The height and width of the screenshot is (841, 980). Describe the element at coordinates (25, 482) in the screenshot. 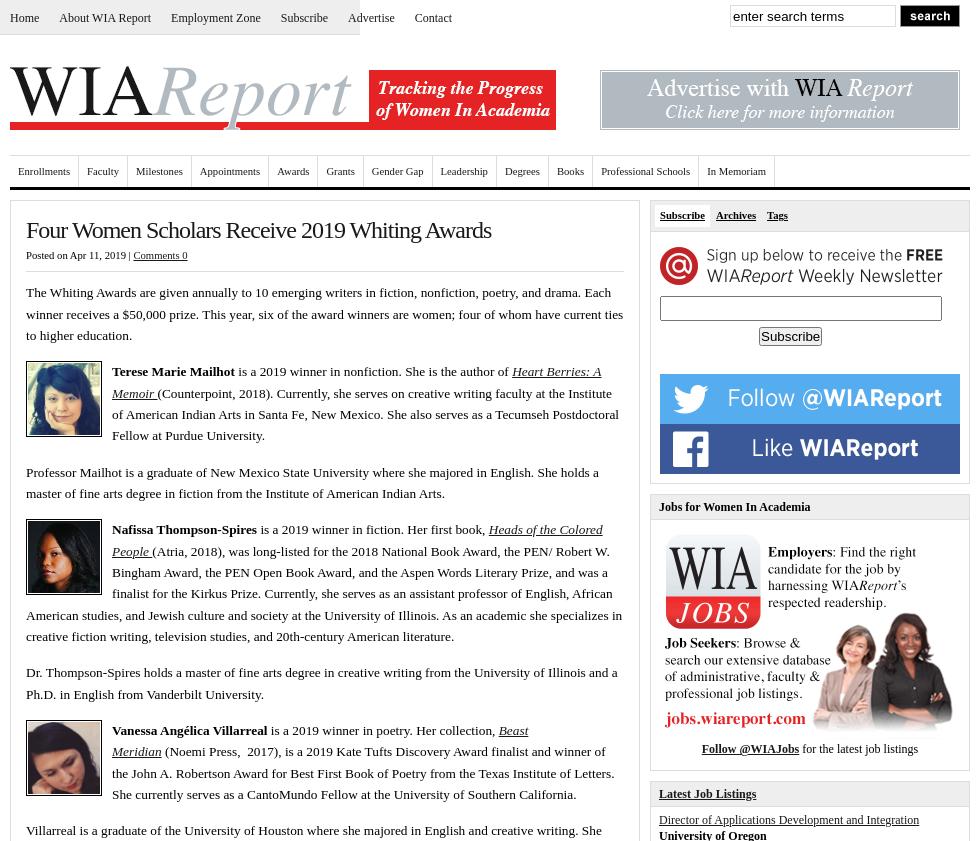

I see `'Professor Mailhot is a graduate of New Mexico State University where she majored in English. She holds a master of fine arts degree in fiction from the Institute of American Indian Arts.'` at that location.